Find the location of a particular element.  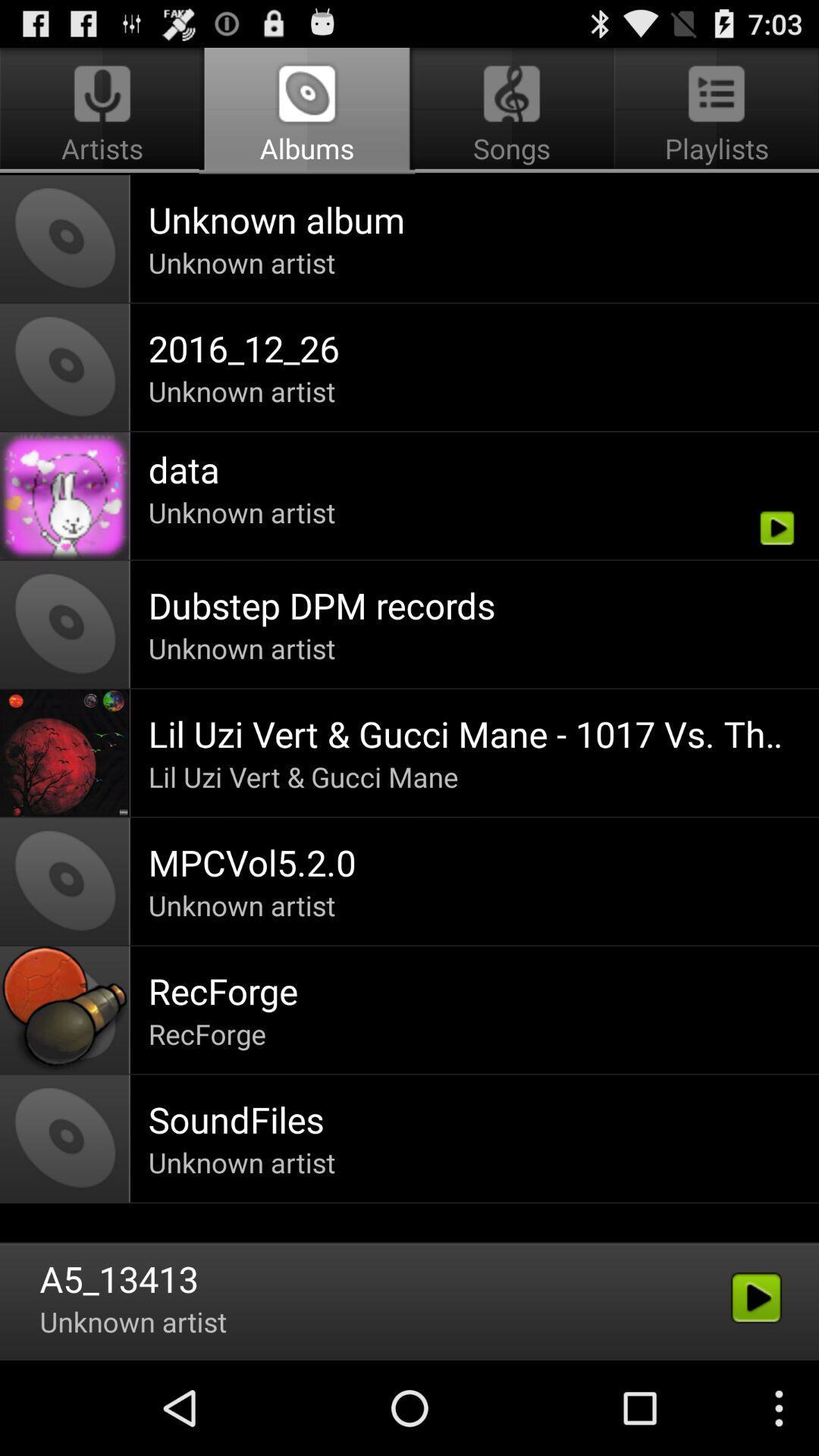

the icon next to the artists is located at coordinates (512, 111).